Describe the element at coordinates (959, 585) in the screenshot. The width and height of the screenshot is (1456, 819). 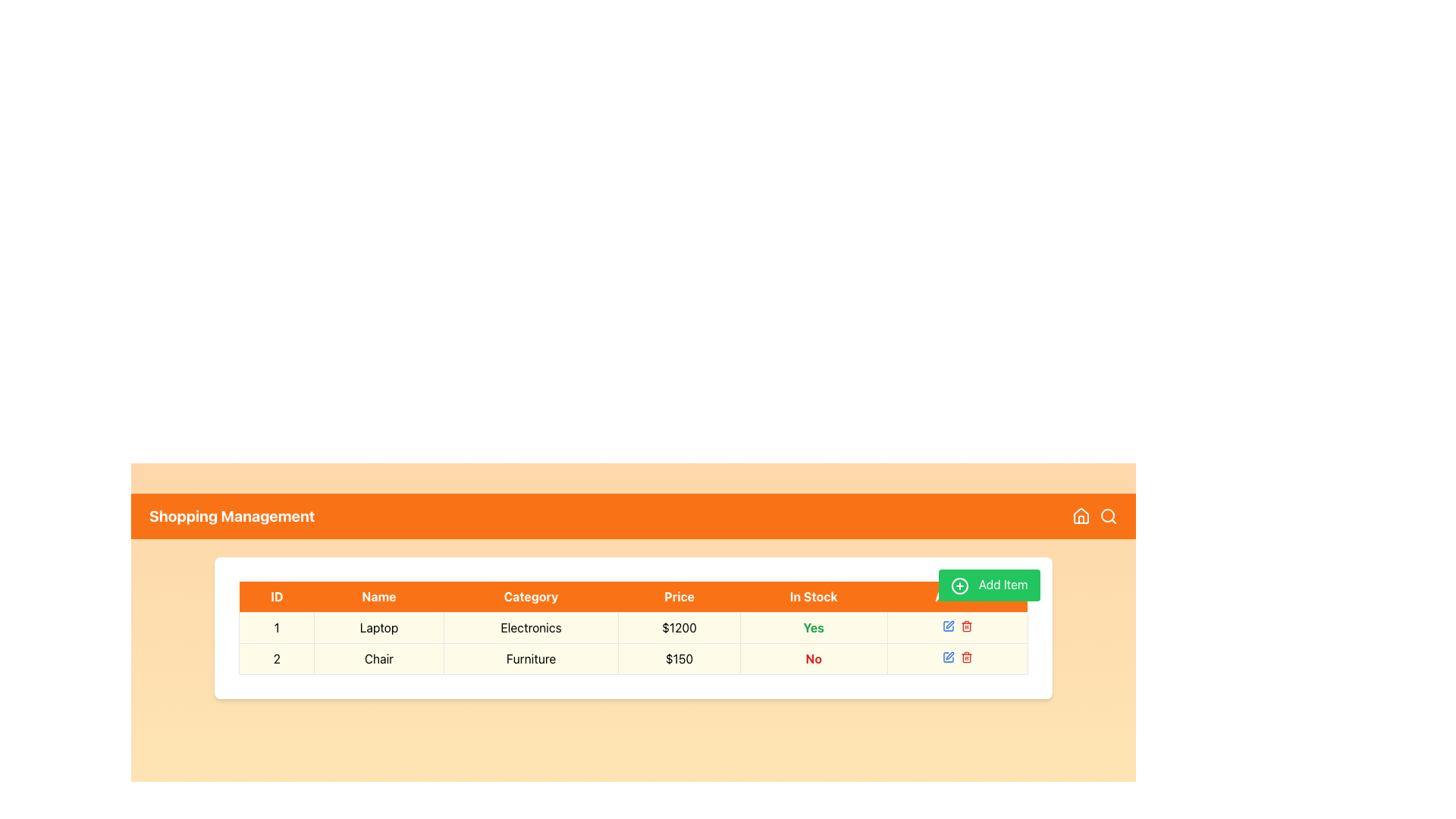
I see `the circular green icon with a white plus sign, which is part of the 'Add Item' button located at the top right of the table` at that location.